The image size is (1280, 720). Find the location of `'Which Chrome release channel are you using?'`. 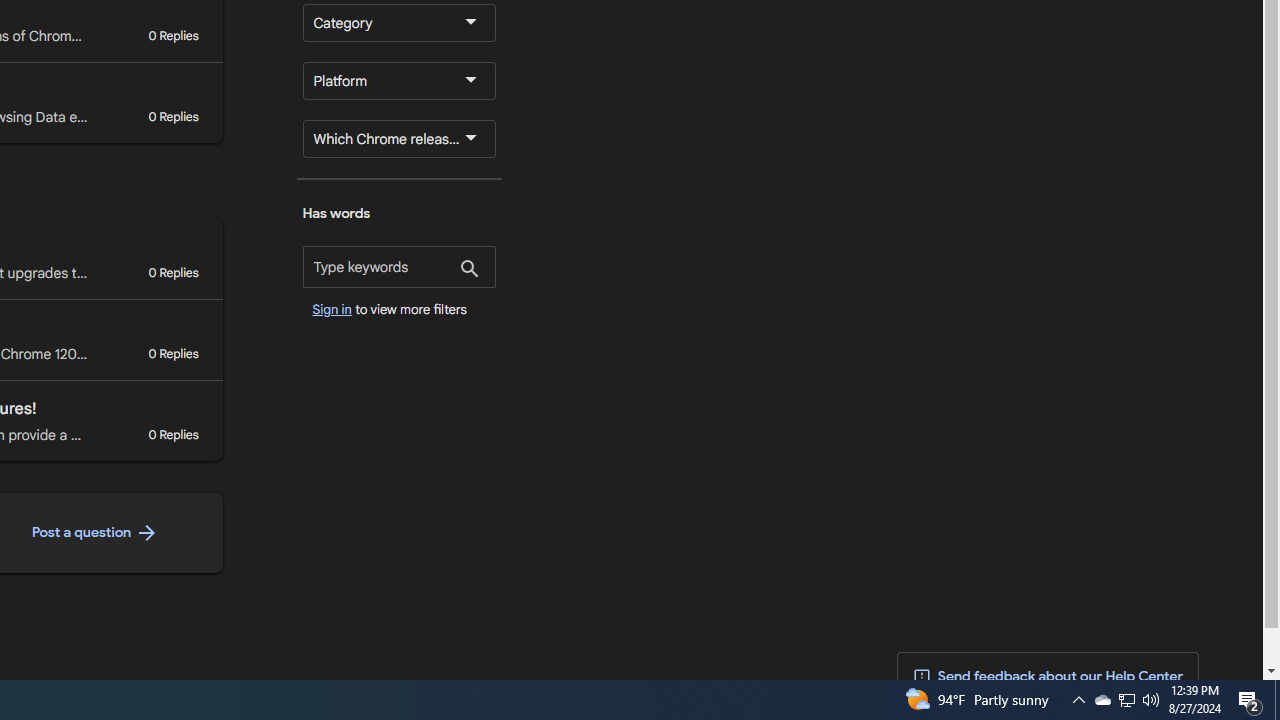

'Which Chrome release channel are you using?' is located at coordinates (399, 137).